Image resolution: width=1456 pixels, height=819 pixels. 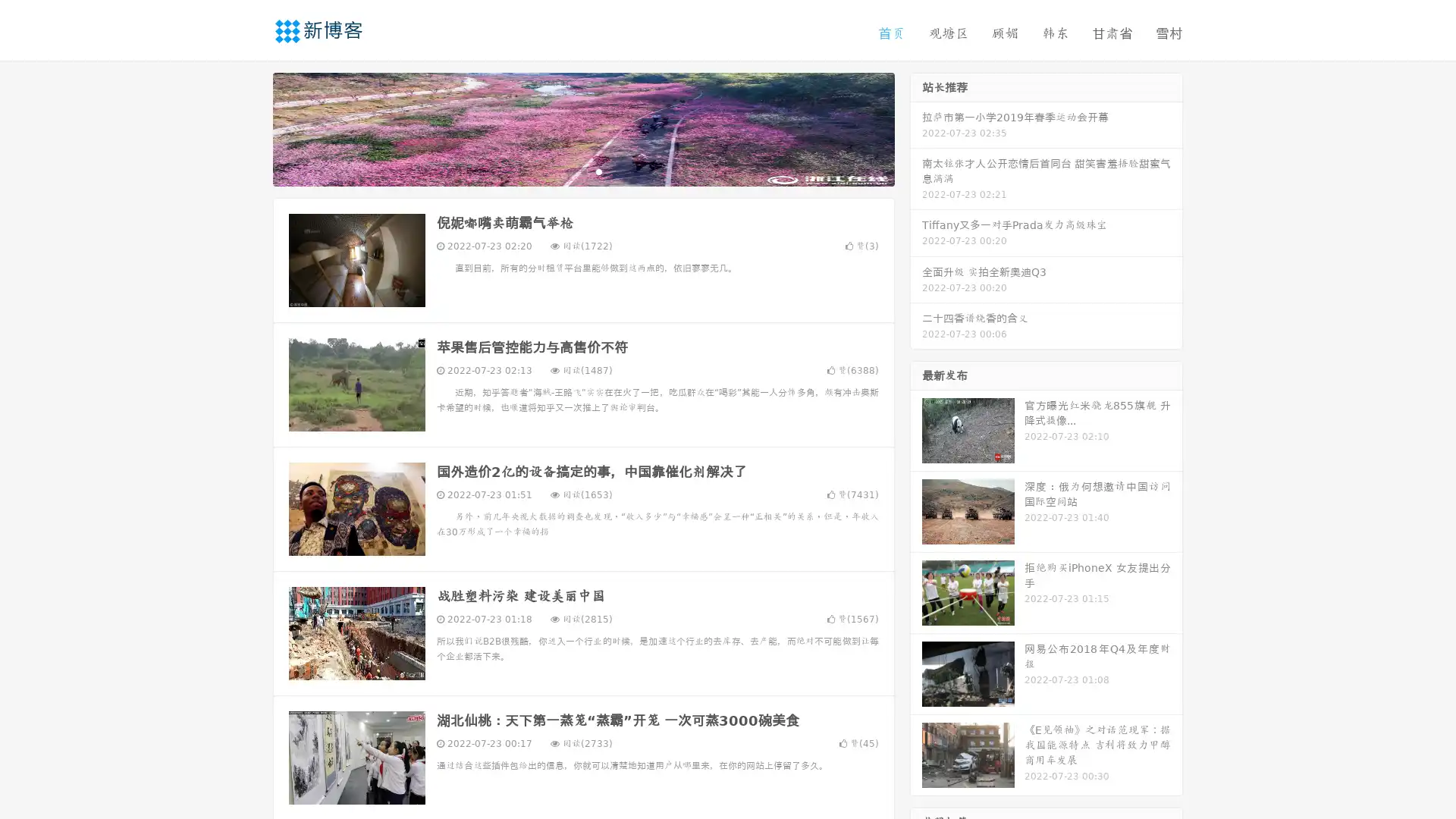 What do you see at coordinates (916, 127) in the screenshot?
I see `Next slide` at bounding box center [916, 127].